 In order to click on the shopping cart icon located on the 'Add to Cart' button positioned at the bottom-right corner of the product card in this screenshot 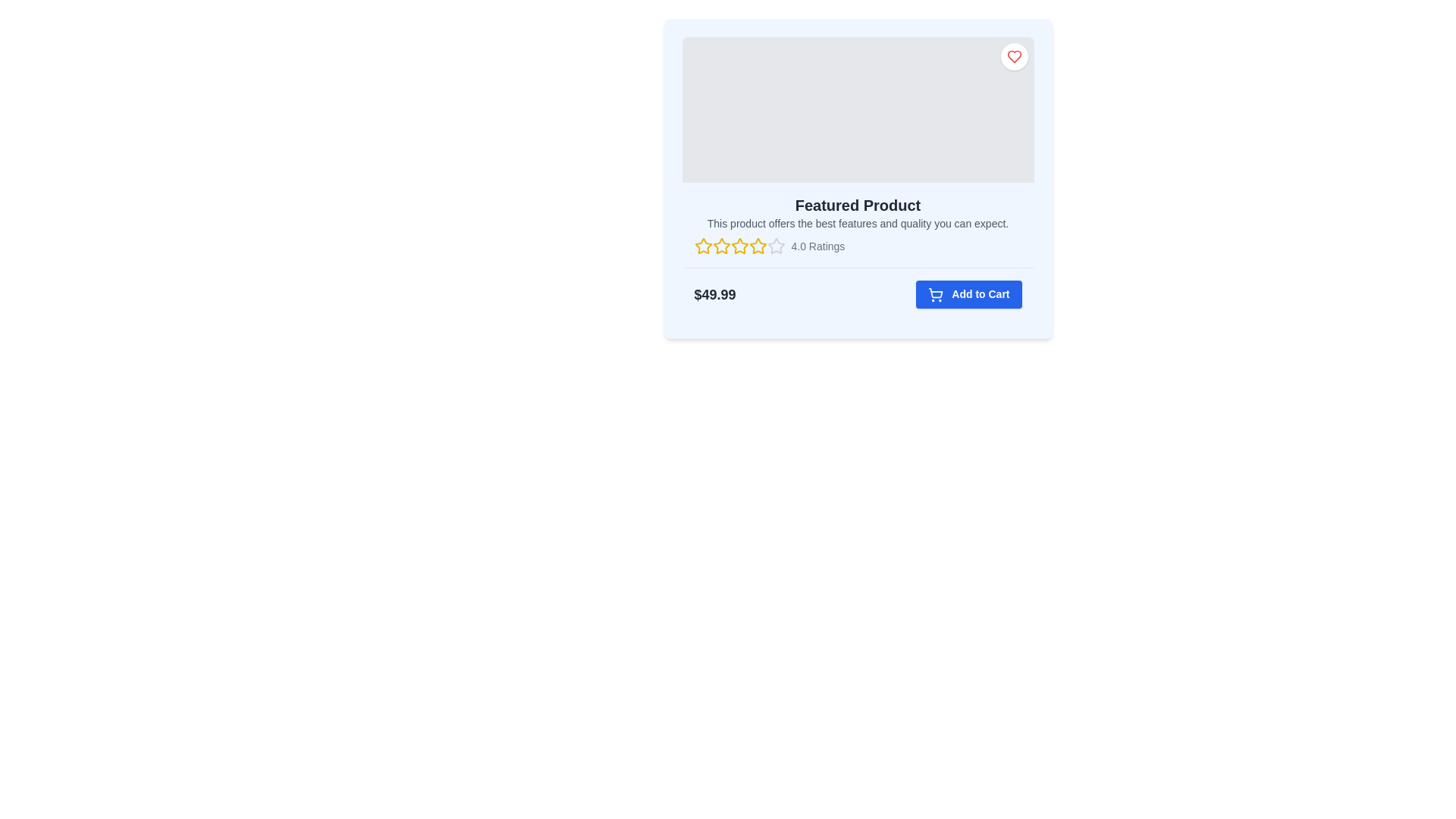, I will do `click(934, 295)`.